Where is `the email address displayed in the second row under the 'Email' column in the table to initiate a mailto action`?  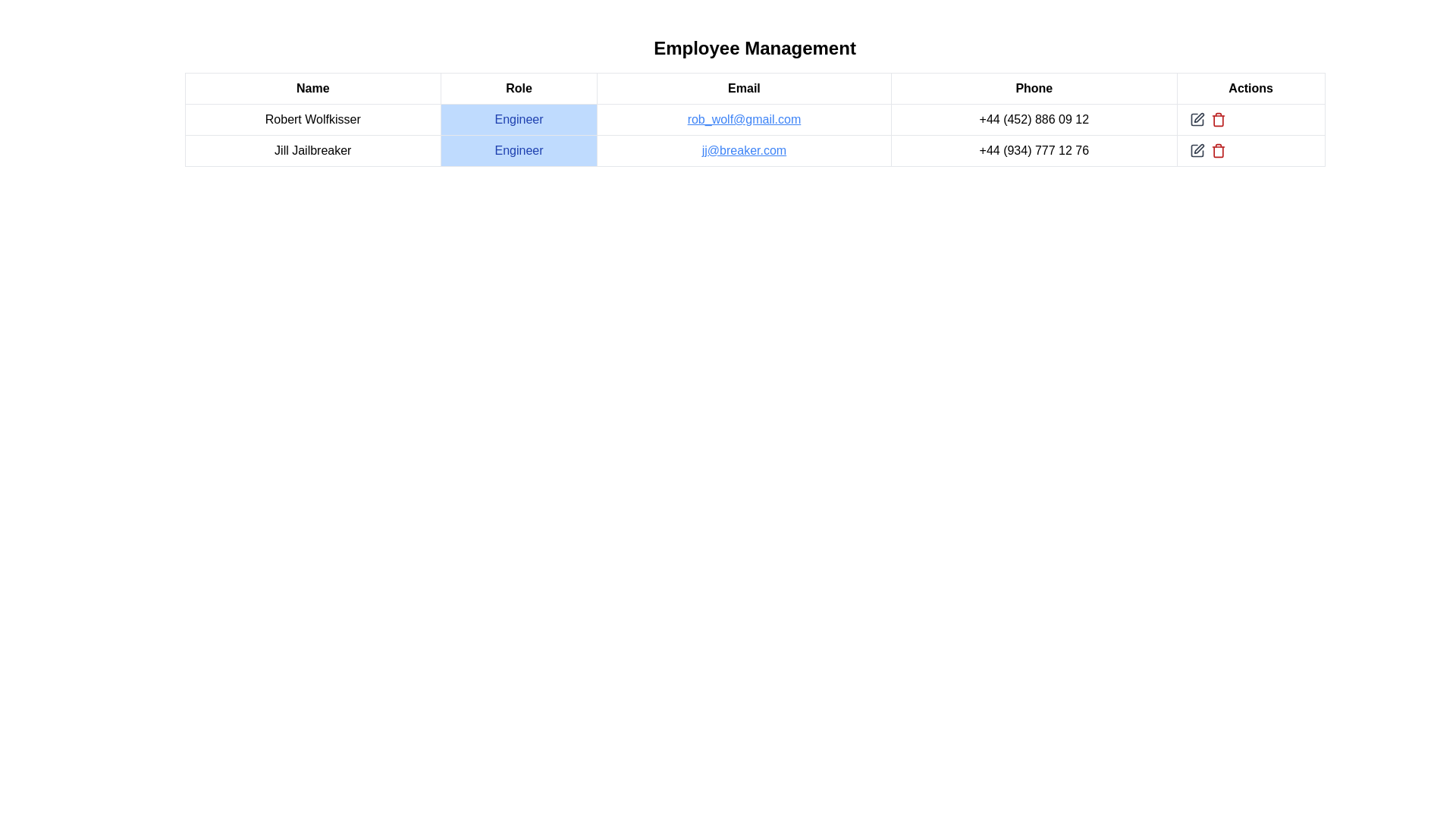 the email address displayed in the second row under the 'Email' column in the table to initiate a mailto action is located at coordinates (744, 151).